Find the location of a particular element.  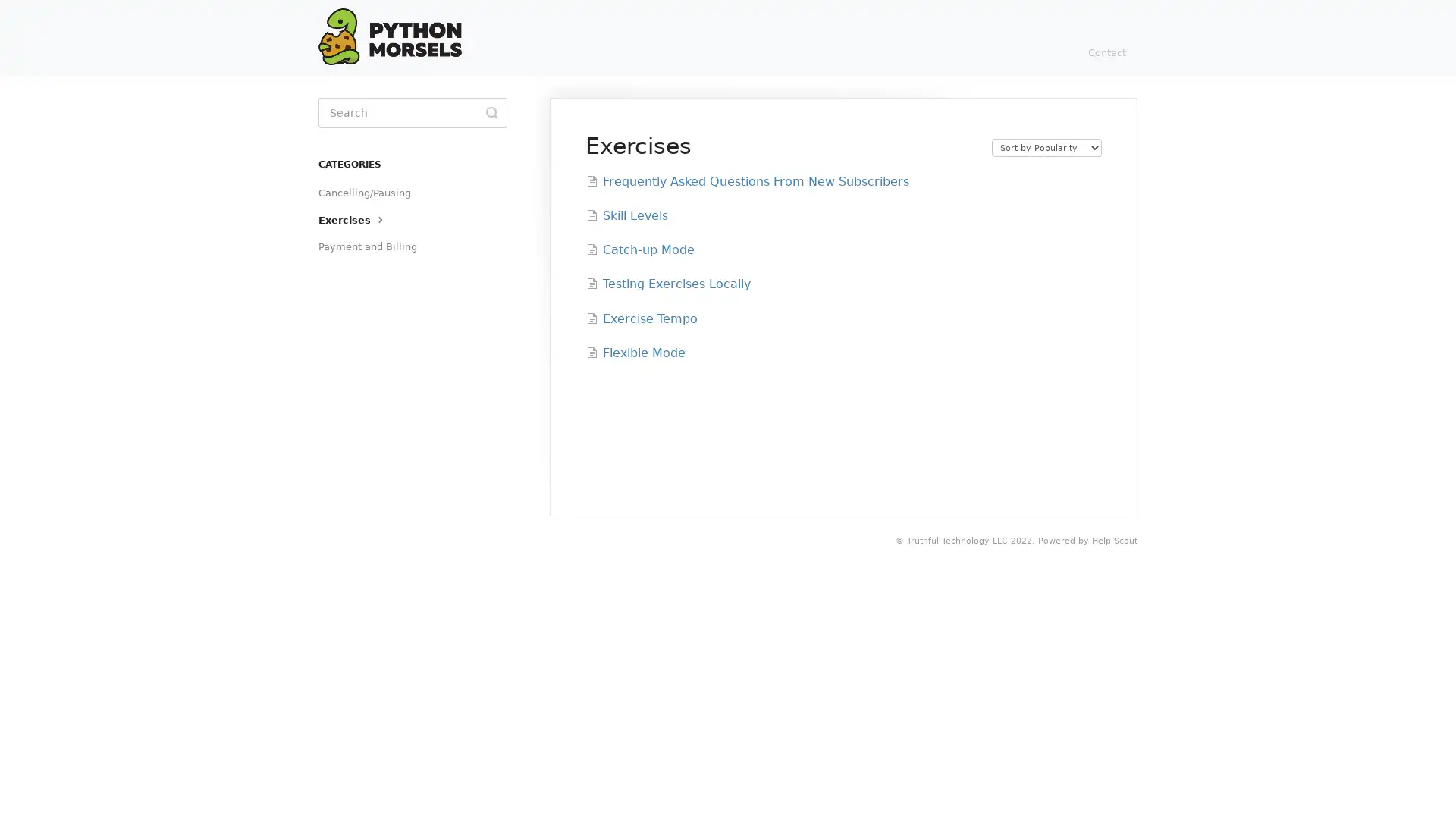

Toggle Search is located at coordinates (491, 112).